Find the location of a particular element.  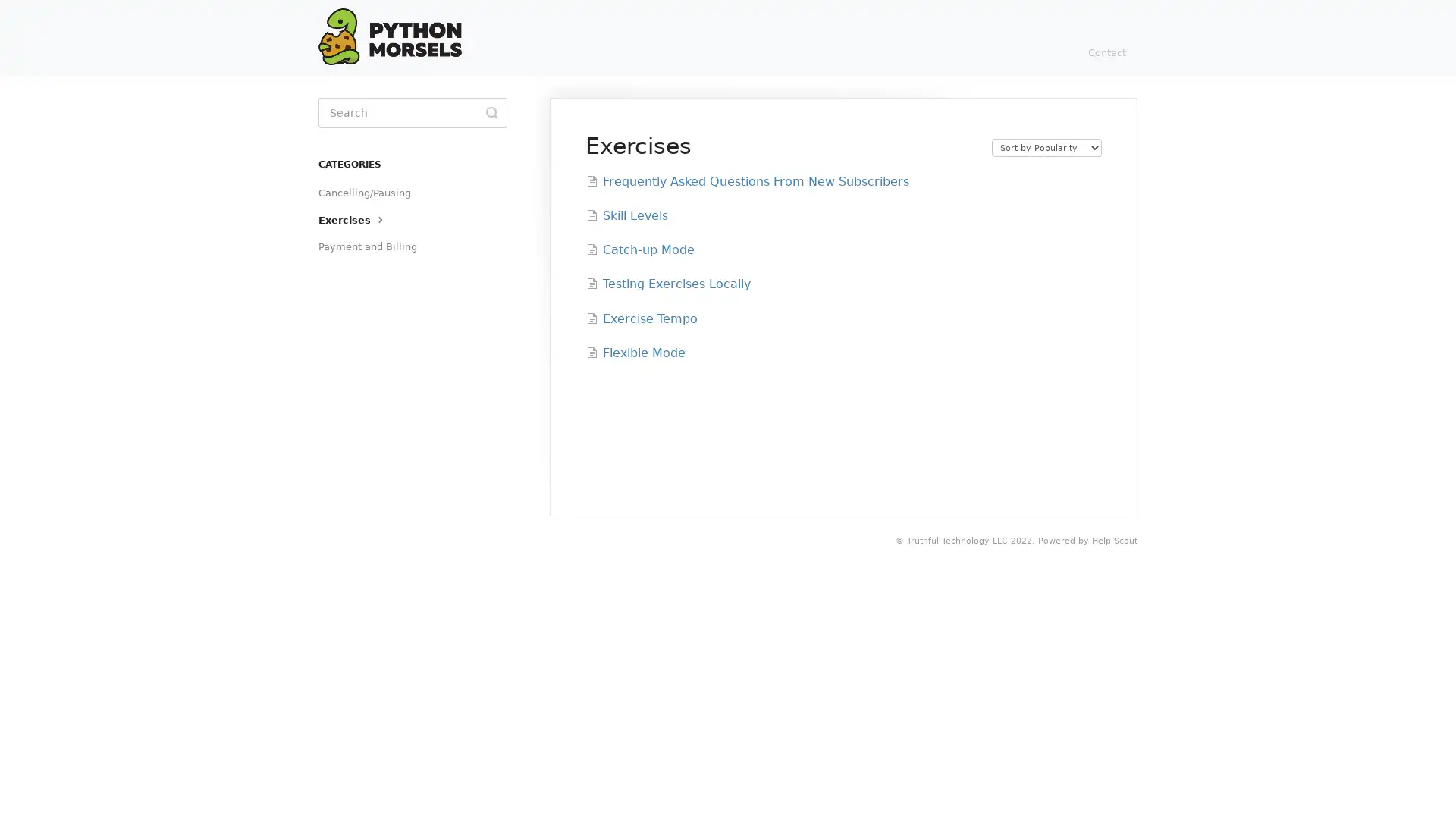

Toggle Search is located at coordinates (491, 112).